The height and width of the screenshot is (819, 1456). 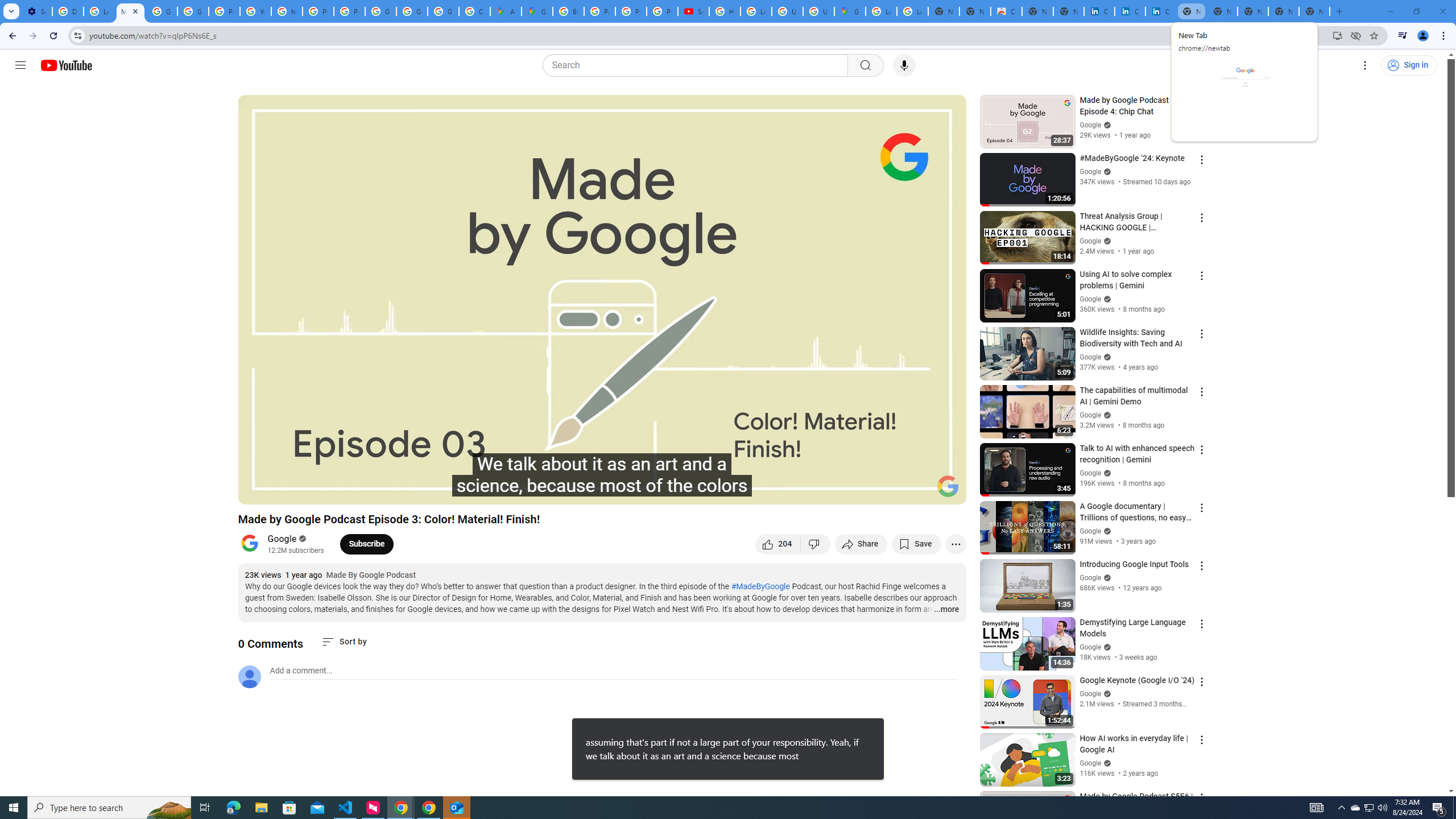 What do you see at coordinates (1439, 806) in the screenshot?
I see `'Action Center, 5 new notifications'` at bounding box center [1439, 806].